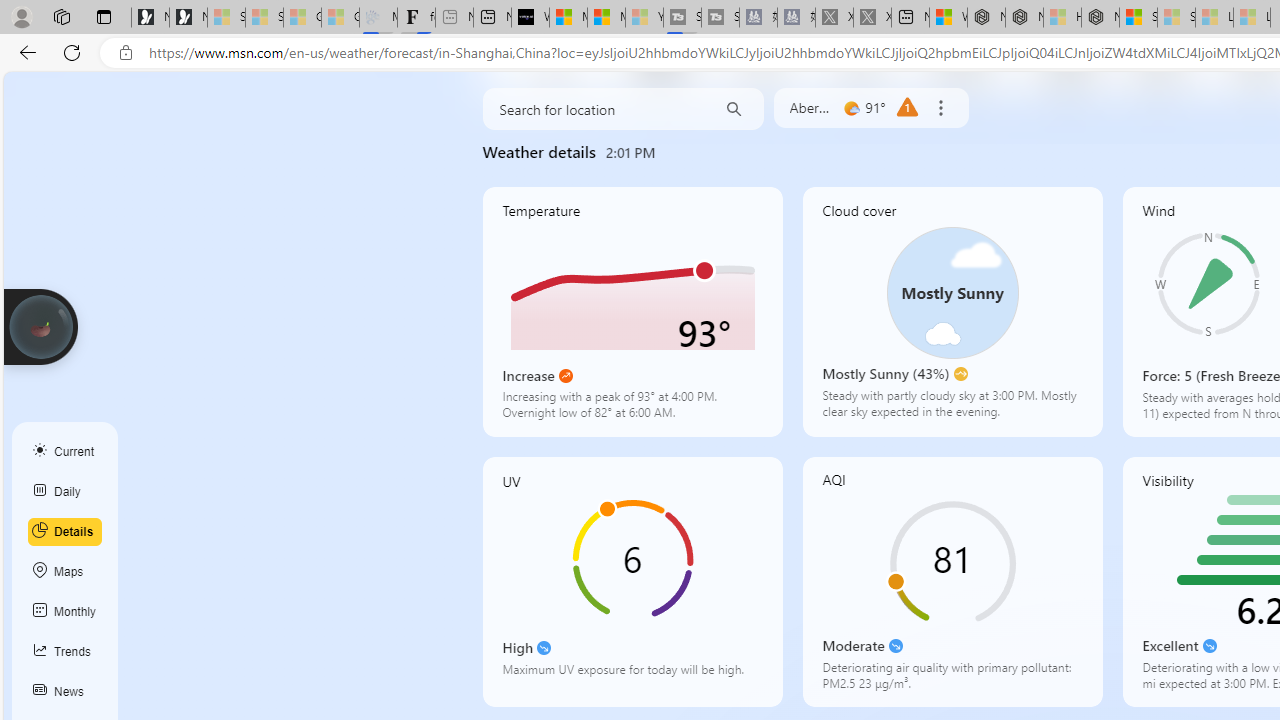 This screenshot has width=1280, height=720. What do you see at coordinates (631, 312) in the screenshot?
I see `'Temperature'` at bounding box center [631, 312].